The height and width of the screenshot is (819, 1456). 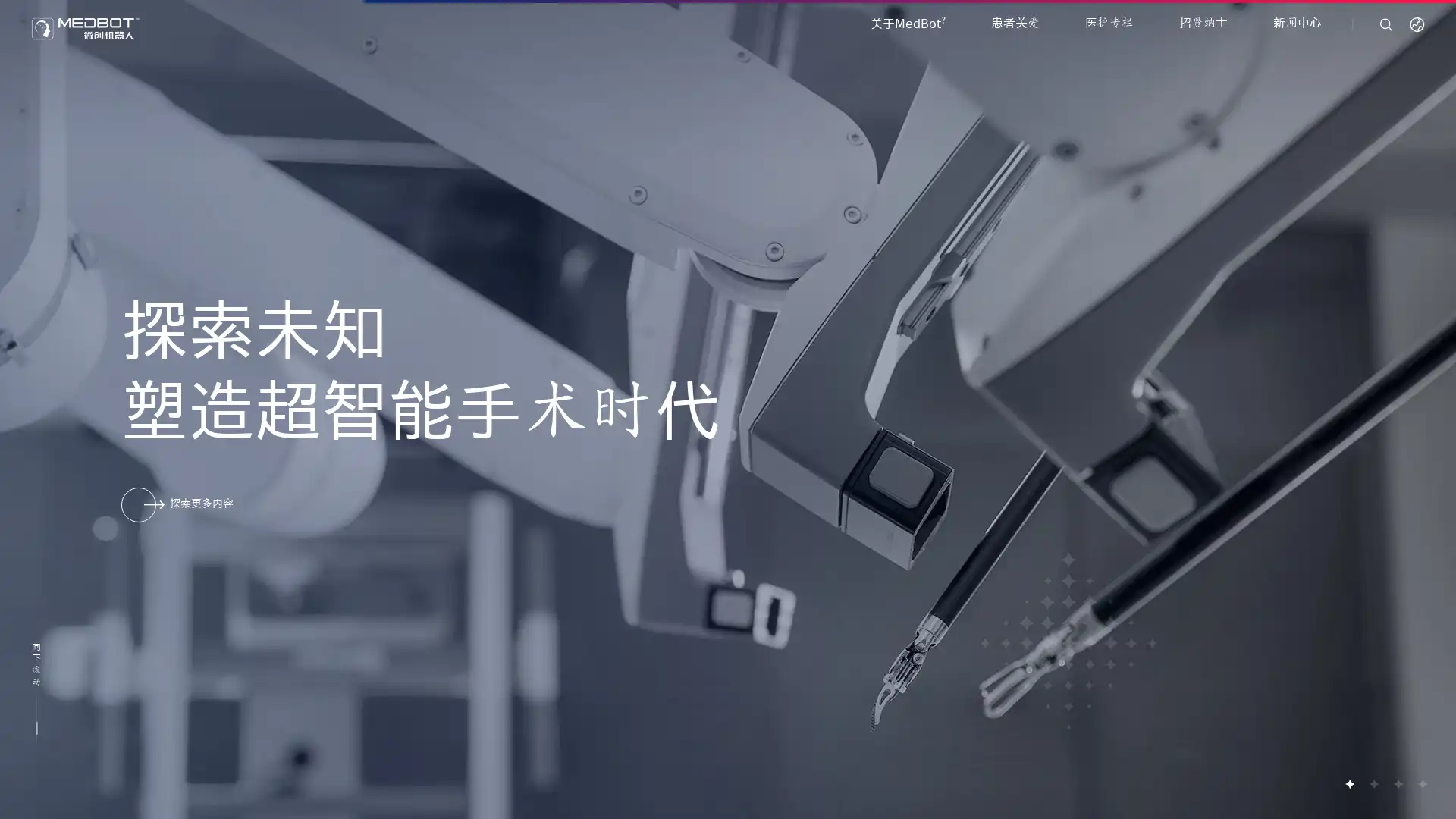 What do you see at coordinates (1373, 783) in the screenshot?
I see `Go to slide 2` at bounding box center [1373, 783].